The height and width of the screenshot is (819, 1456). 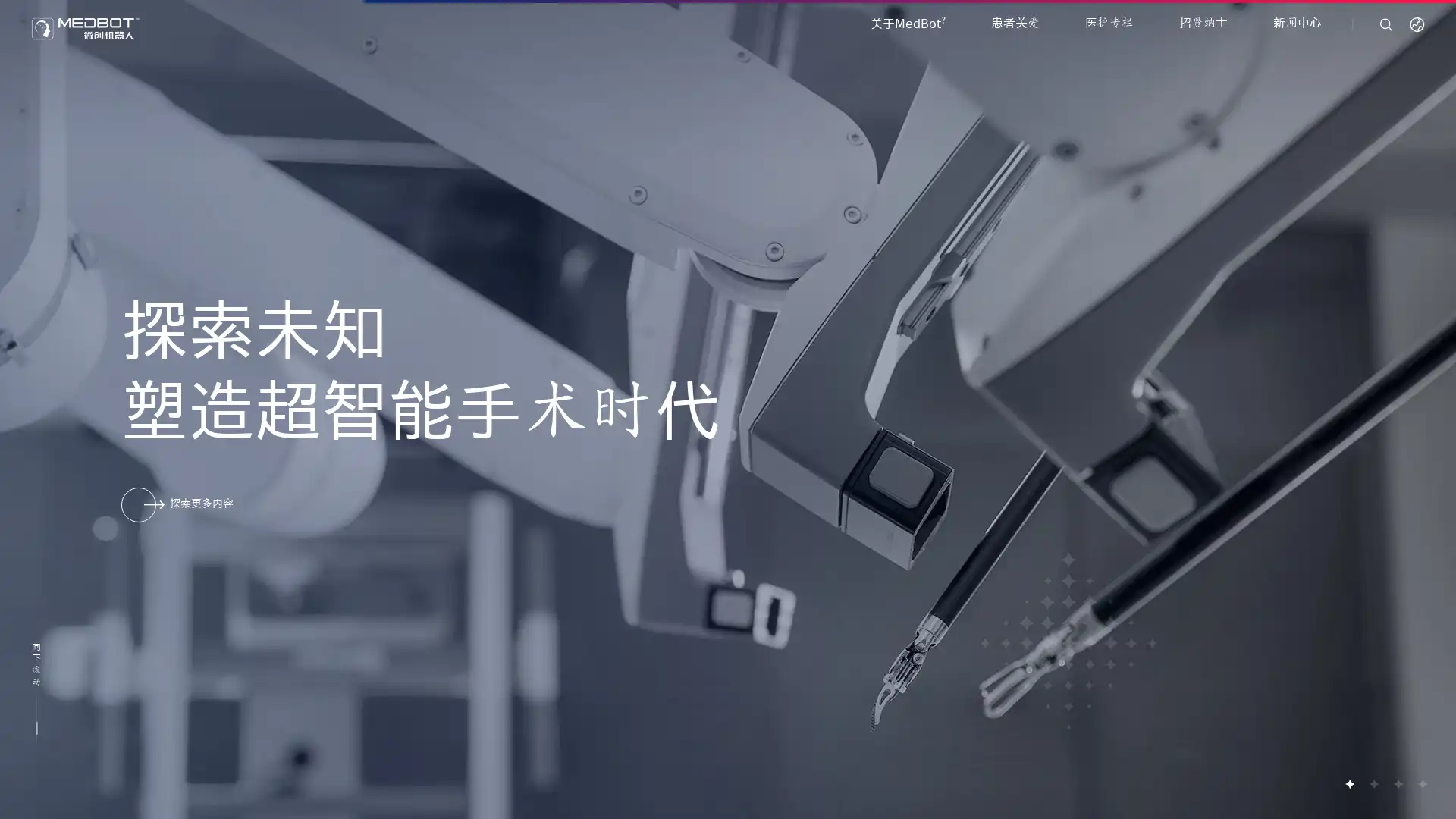 What do you see at coordinates (1373, 783) in the screenshot?
I see `Go to slide 2` at bounding box center [1373, 783].